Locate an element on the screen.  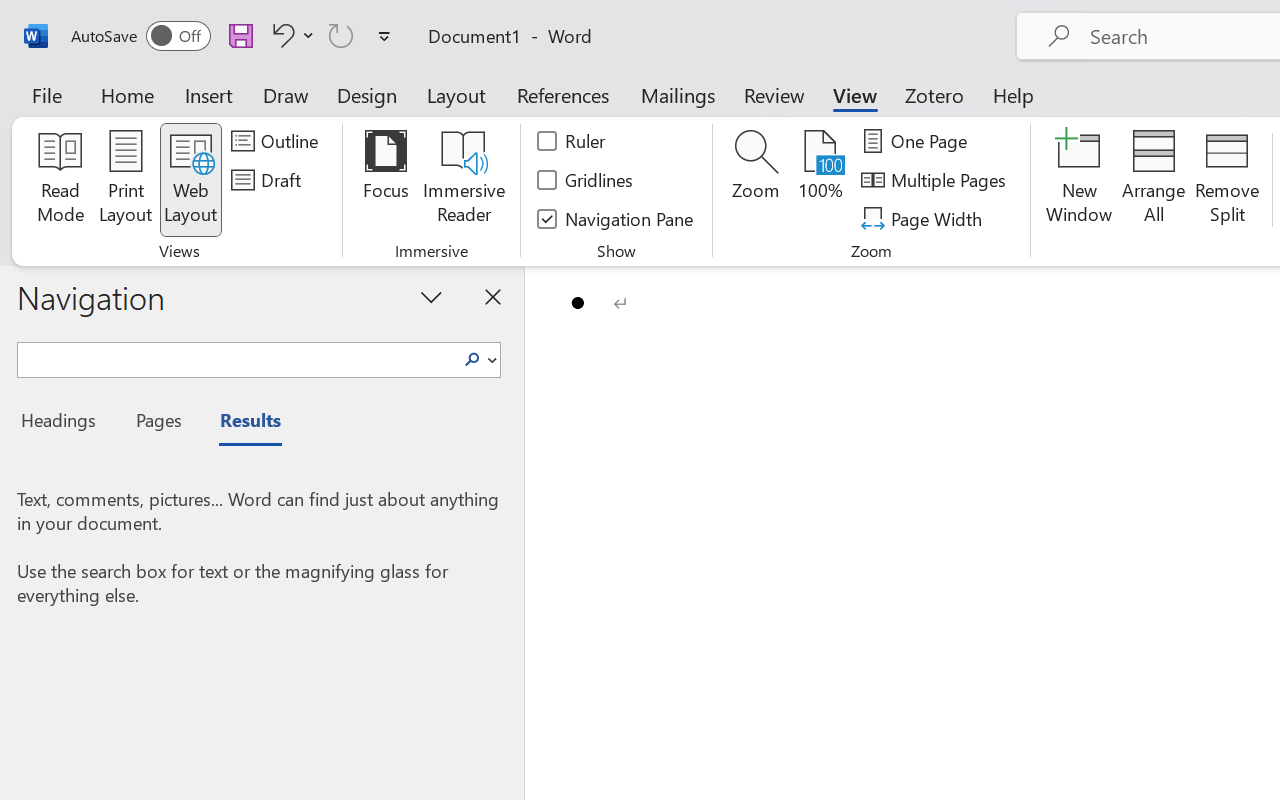
'Multiple Pages' is located at coordinates (935, 179).